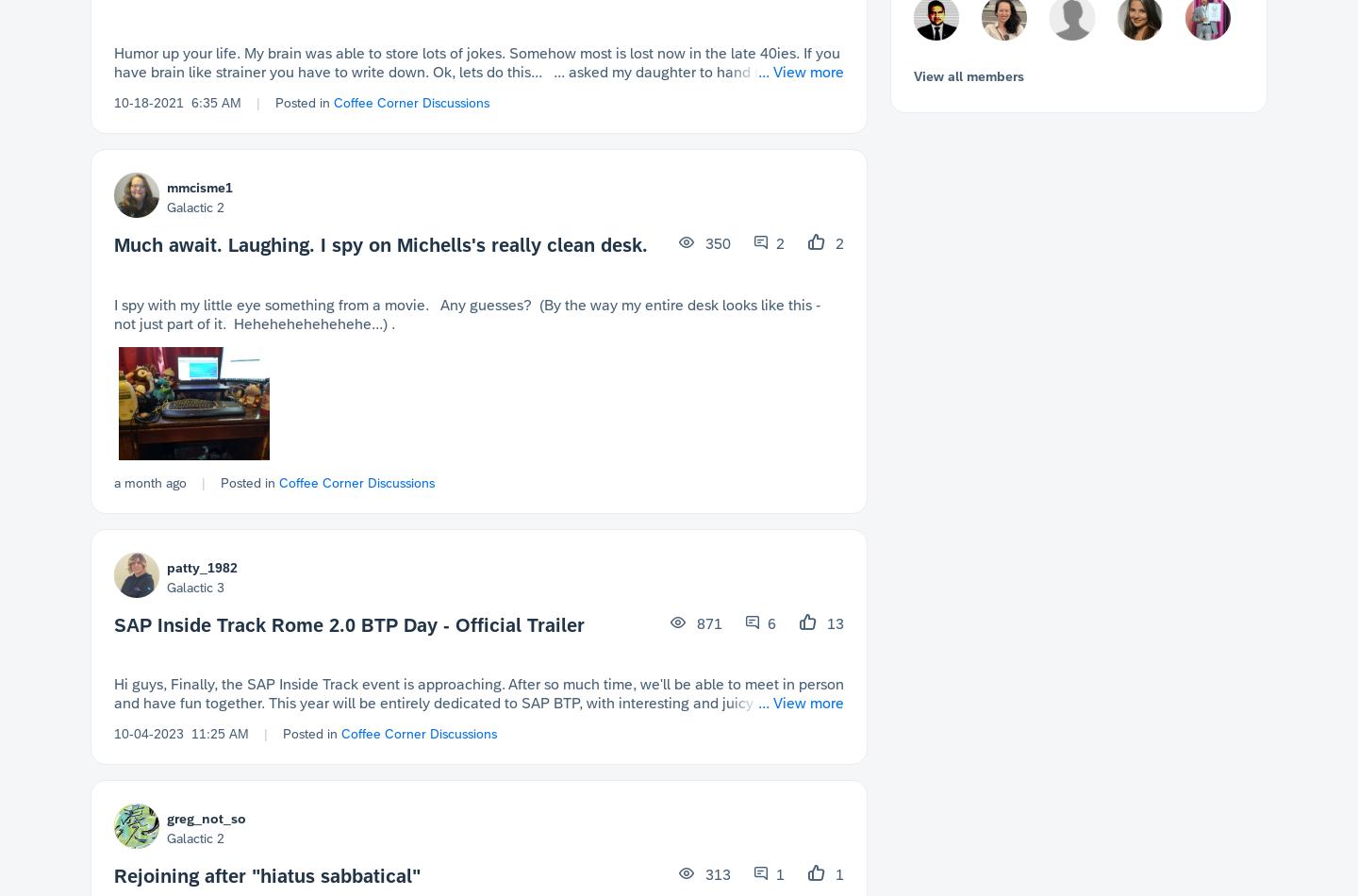  I want to click on 'greg_not_so', so click(165, 818).